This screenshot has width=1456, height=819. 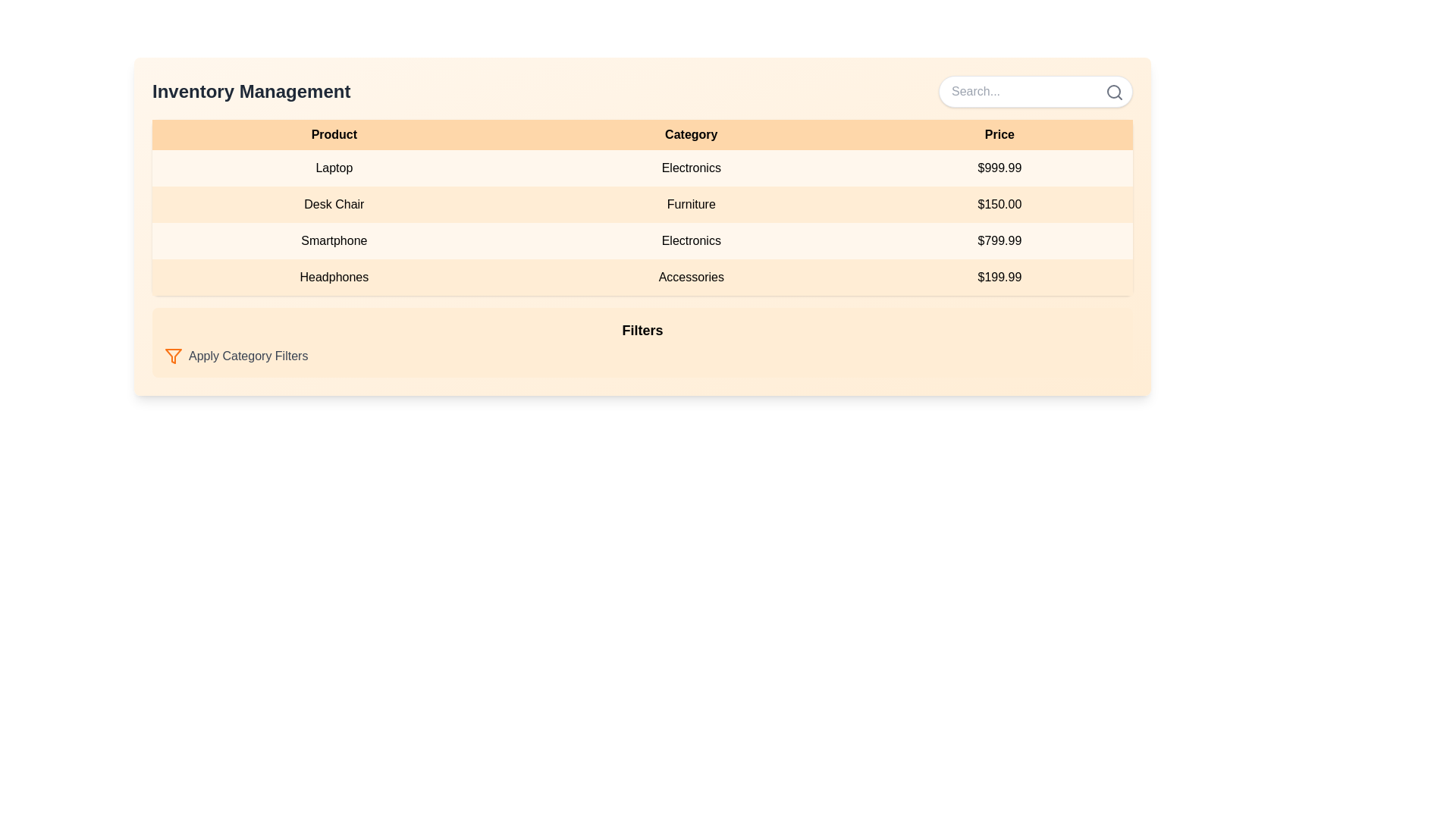 What do you see at coordinates (690, 168) in the screenshot?
I see `text label indicating the category 'Electronics' for the product 'Laptop', located in the second column of the first row under the header 'Category'` at bounding box center [690, 168].